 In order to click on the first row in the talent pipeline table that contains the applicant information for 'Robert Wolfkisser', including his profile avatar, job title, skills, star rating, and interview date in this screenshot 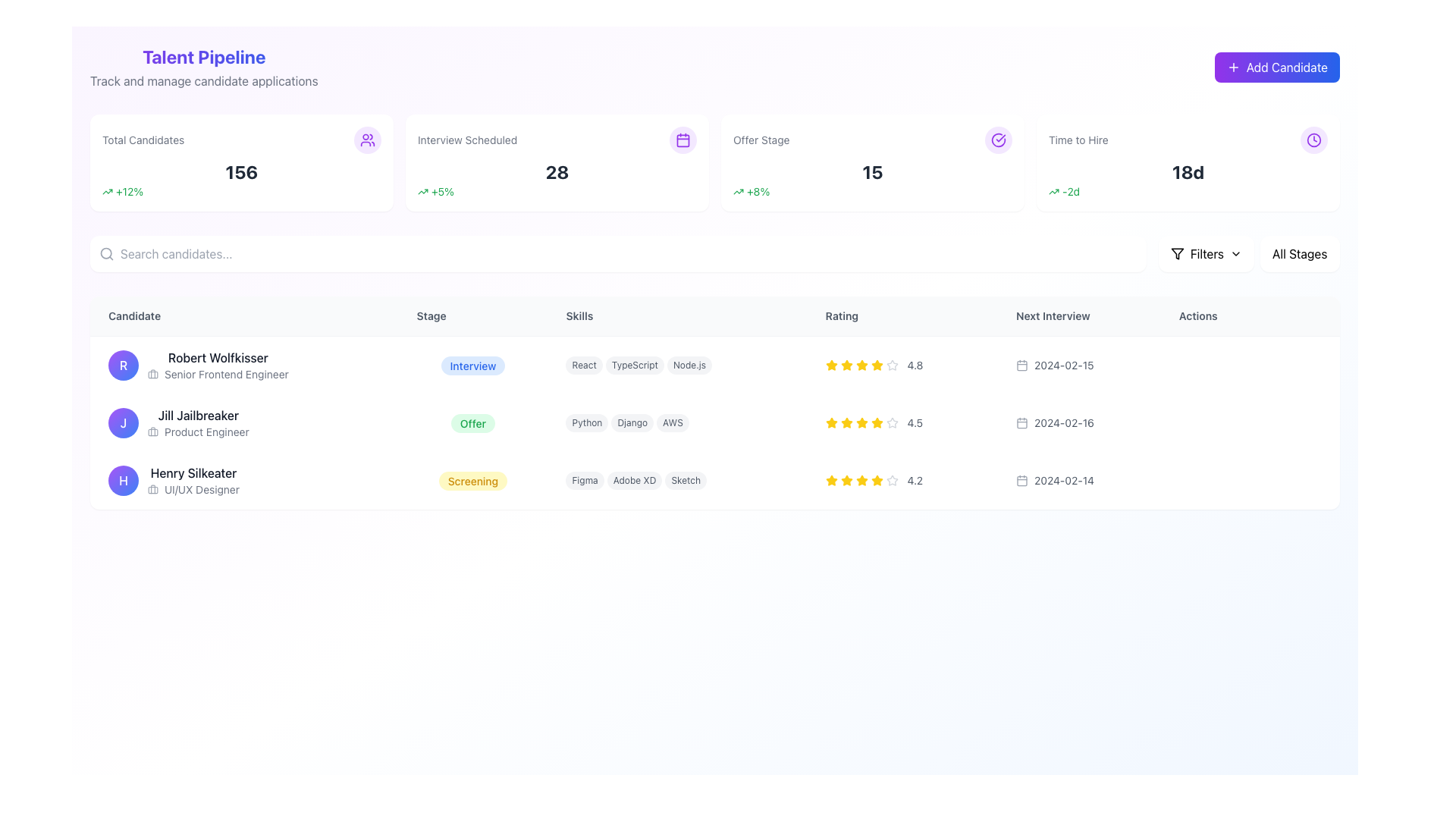, I will do `click(714, 365)`.